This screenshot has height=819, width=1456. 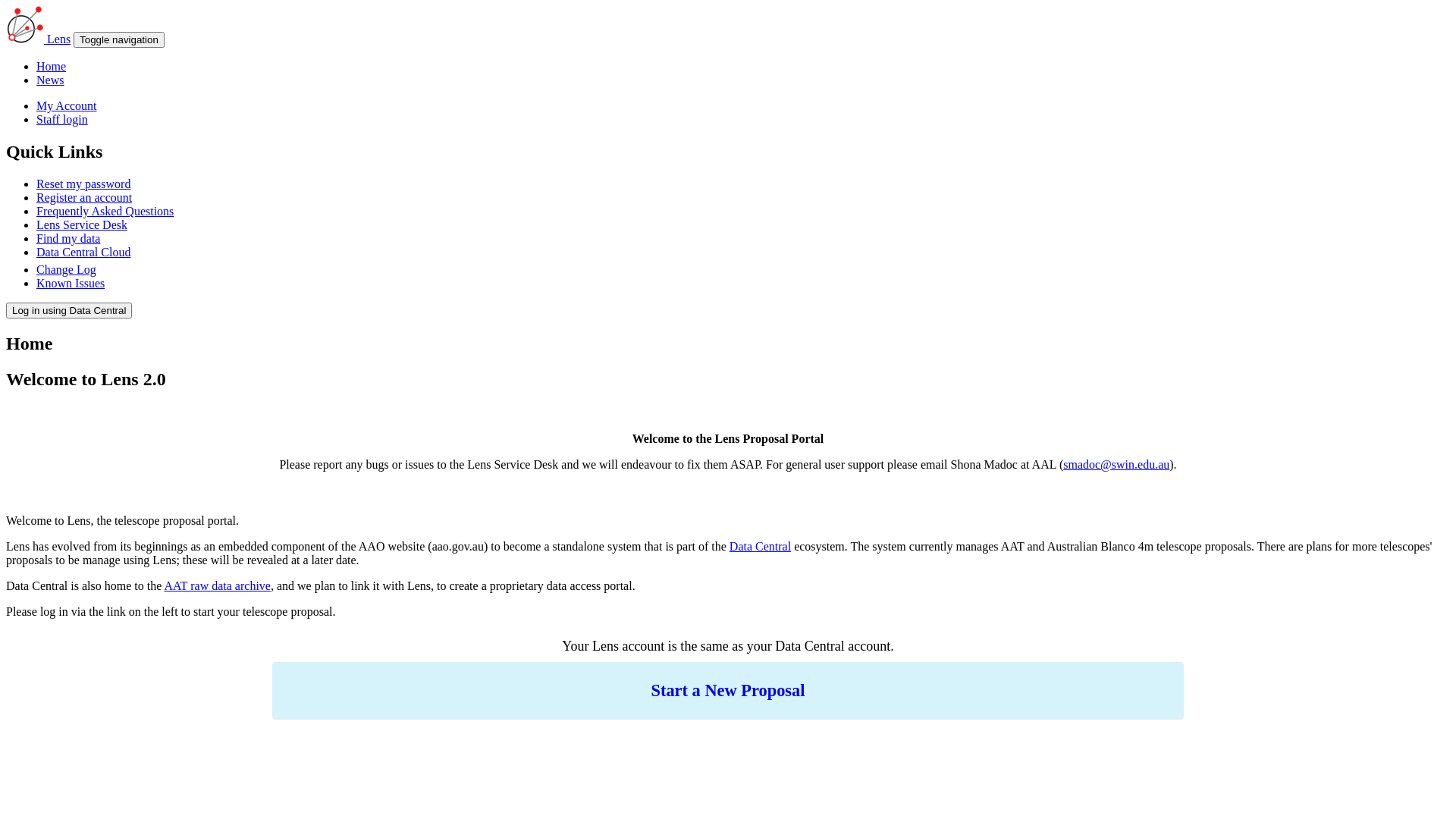 What do you see at coordinates (56, 6) in the screenshot?
I see `'Skip to main content'` at bounding box center [56, 6].